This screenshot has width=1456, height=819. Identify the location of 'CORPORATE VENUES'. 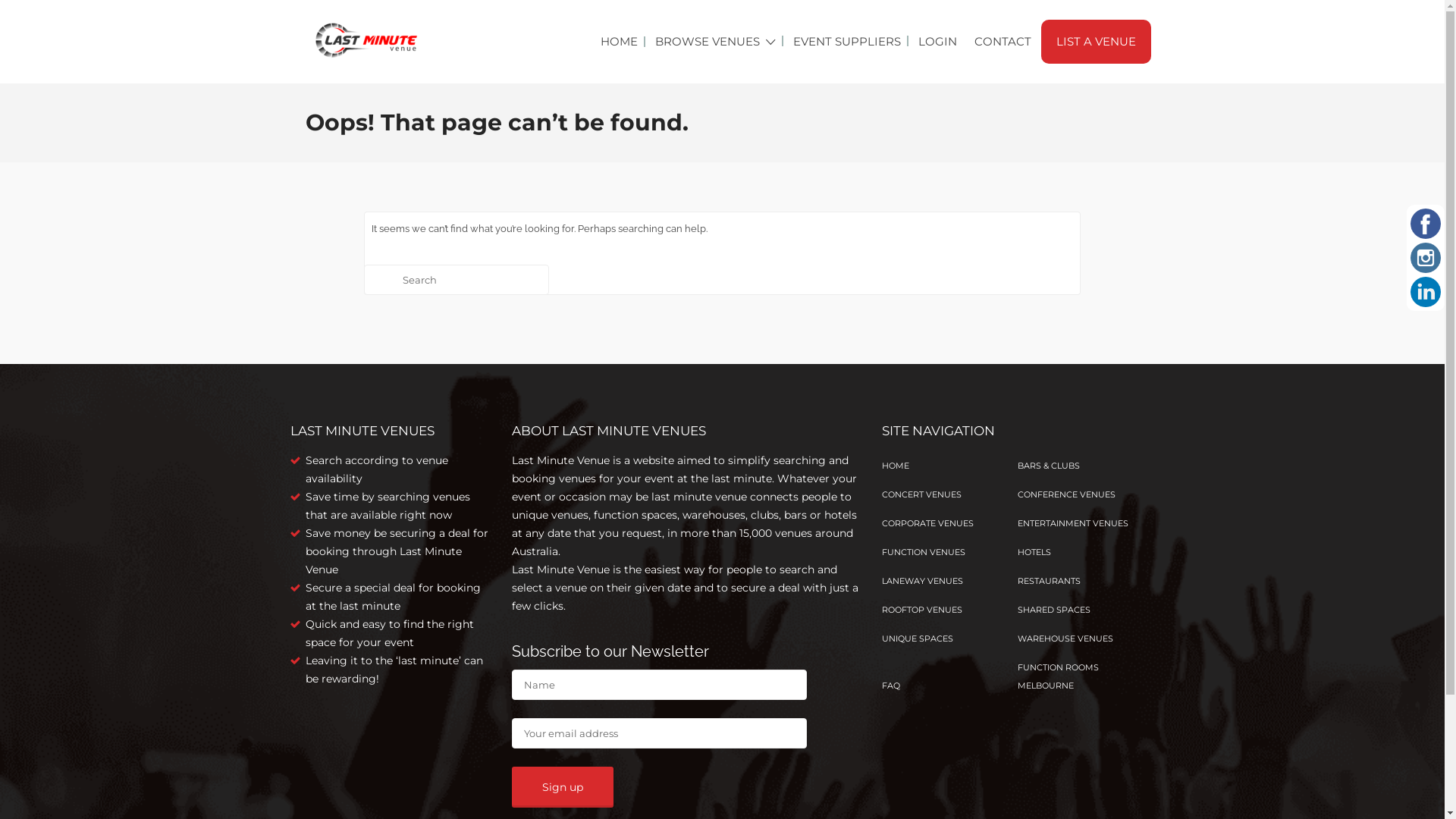
(926, 522).